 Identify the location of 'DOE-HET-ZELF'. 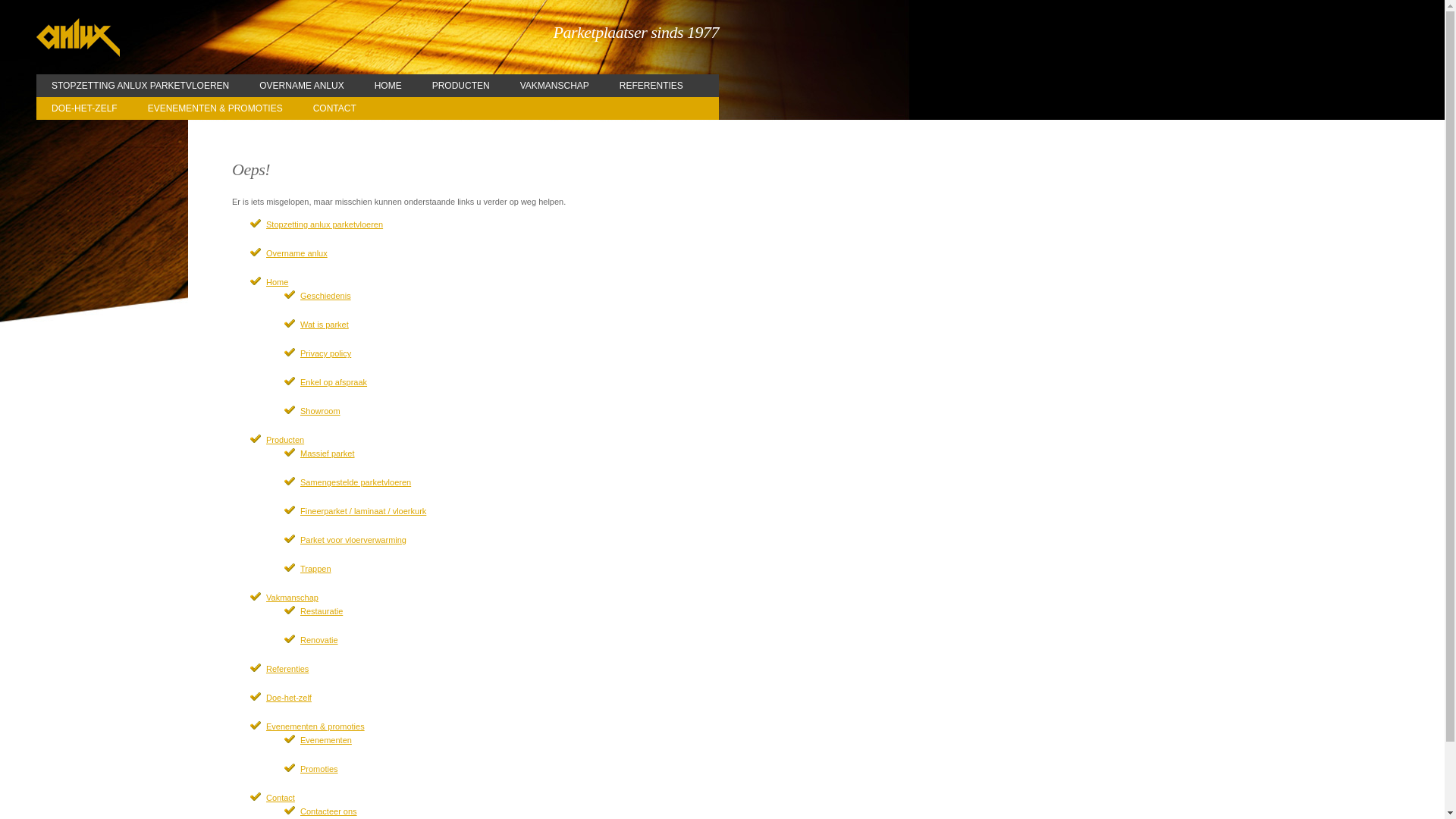
(83, 107).